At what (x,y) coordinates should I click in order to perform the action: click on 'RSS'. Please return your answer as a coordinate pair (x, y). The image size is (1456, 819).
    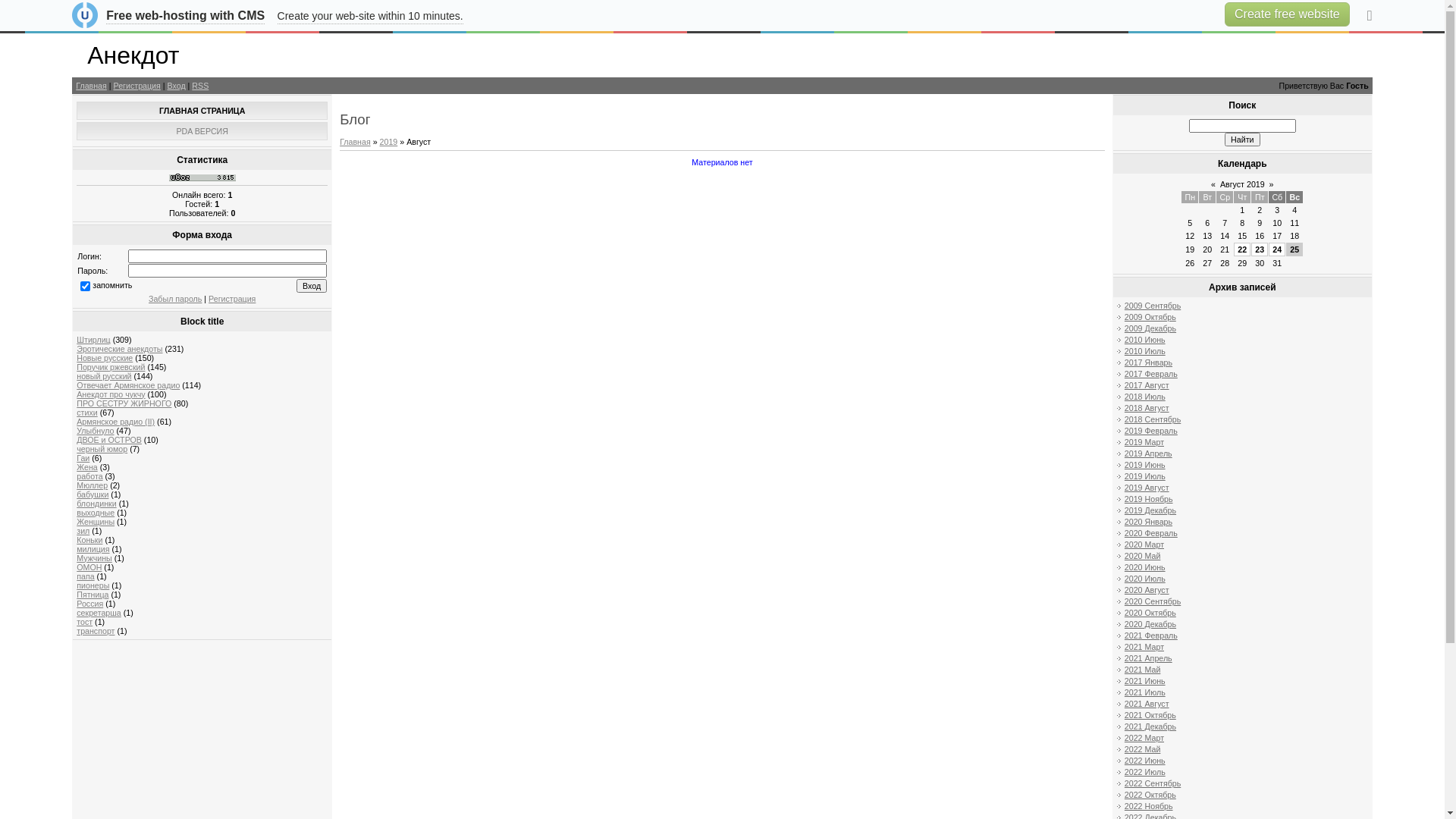
    Looking at the image, I should click on (199, 85).